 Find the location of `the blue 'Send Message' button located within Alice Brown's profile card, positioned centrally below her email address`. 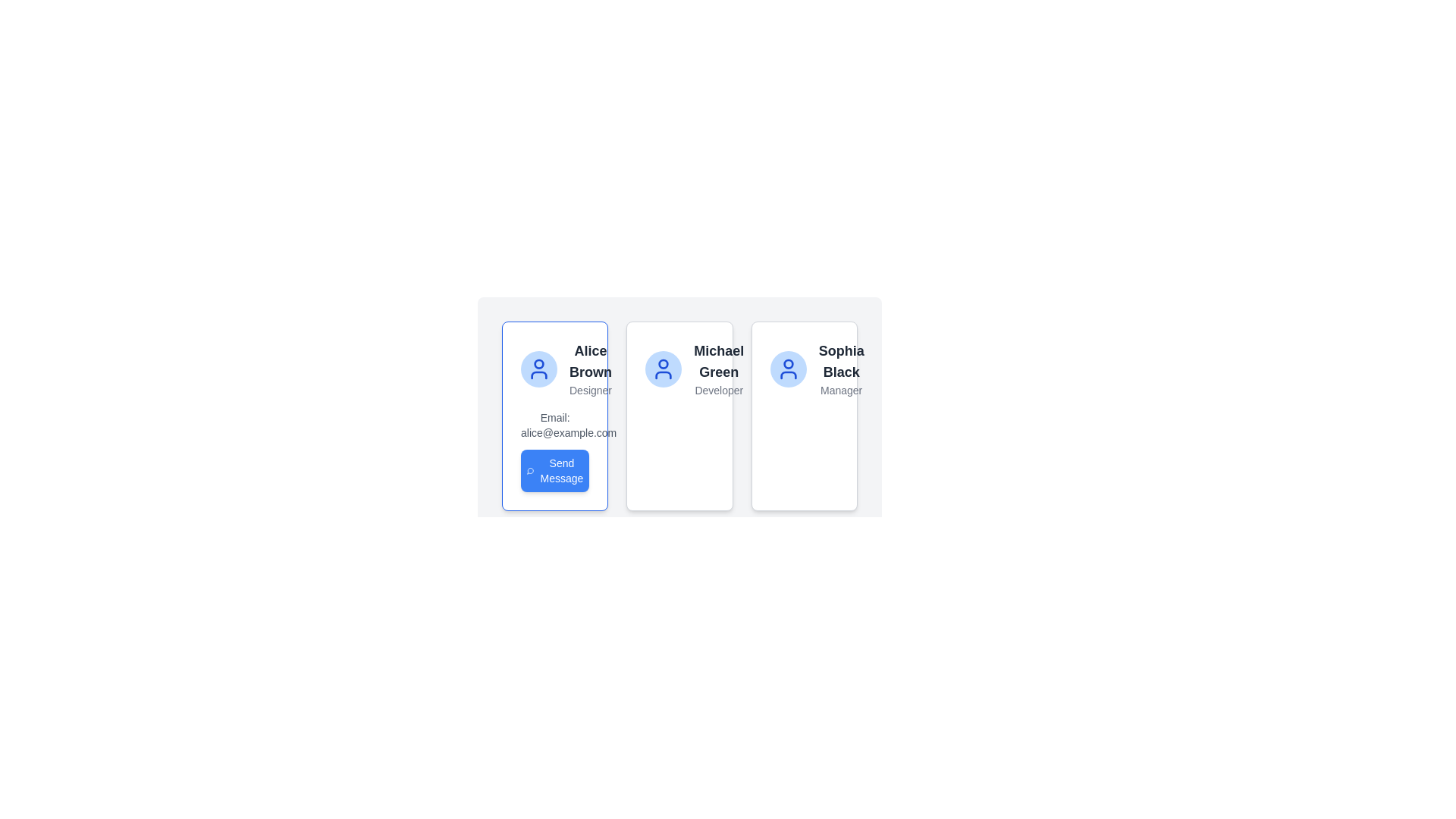

the blue 'Send Message' button located within Alice Brown's profile card, positioned centrally below her email address is located at coordinates (560, 470).